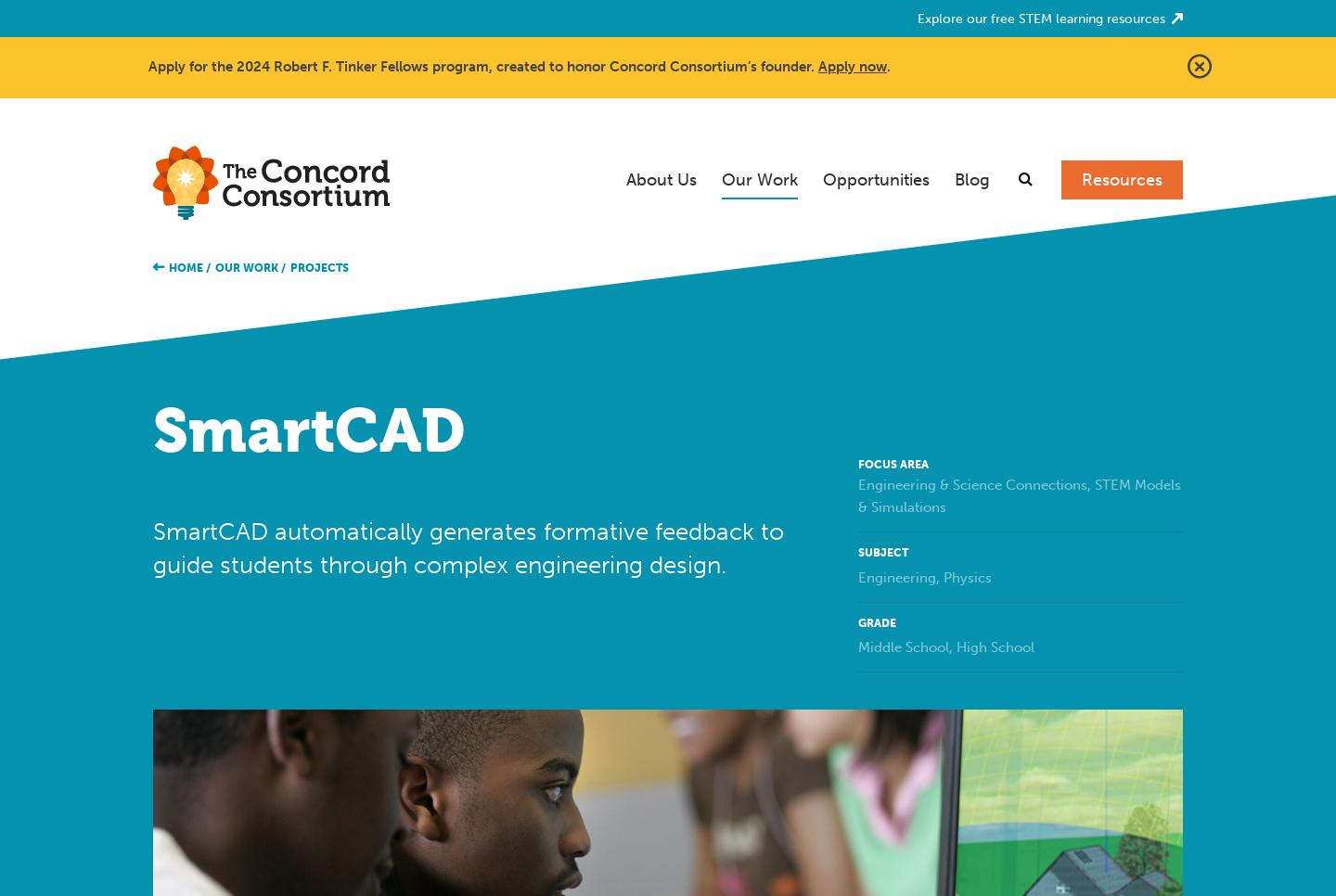  What do you see at coordinates (308, 429) in the screenshot?
I see `'SmartCAD'` at bounding box center [308, 429].